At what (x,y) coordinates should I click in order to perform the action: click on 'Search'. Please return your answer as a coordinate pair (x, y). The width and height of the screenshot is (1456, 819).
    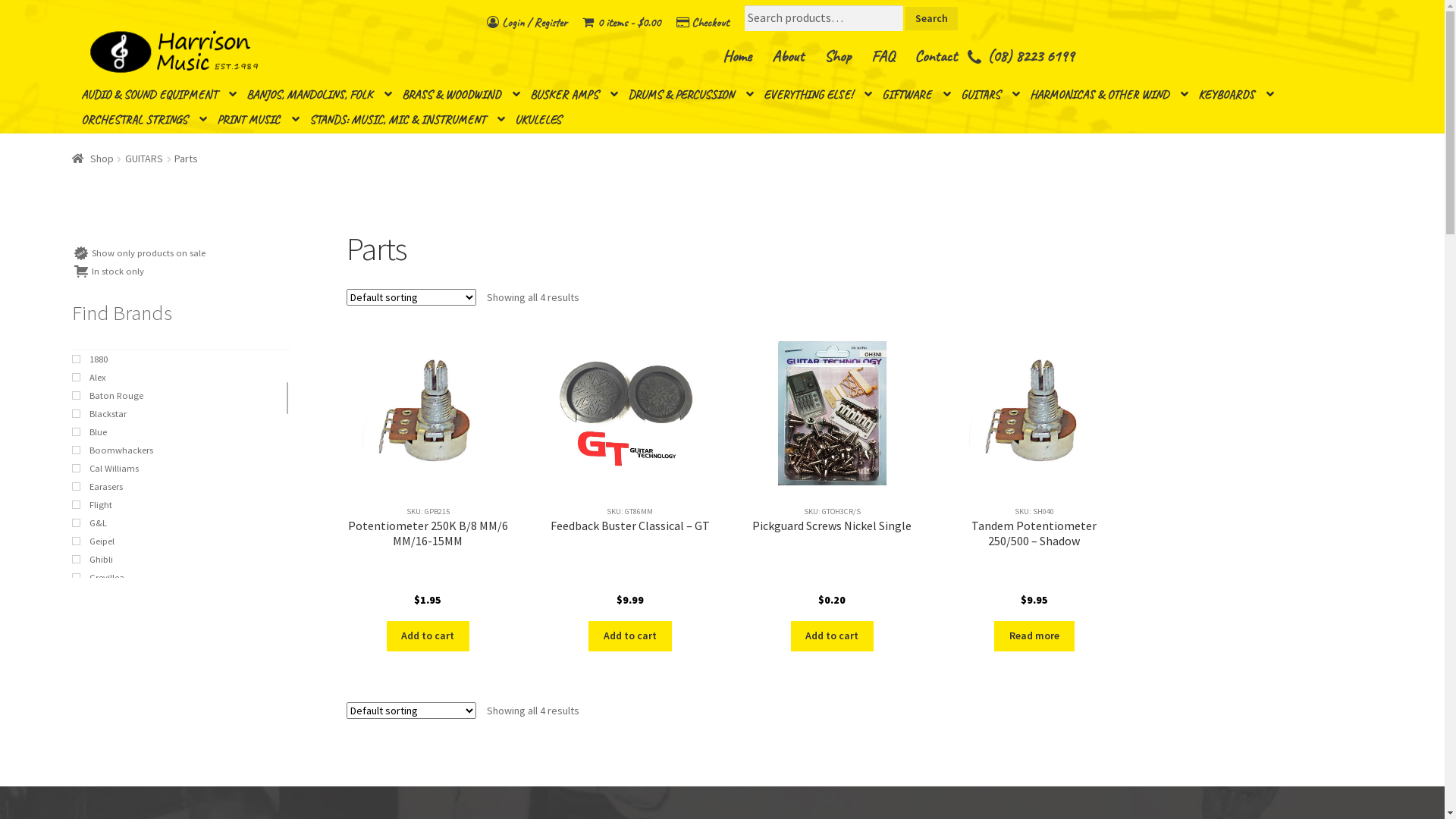
    Looking at the image, I should click on (930, 18).